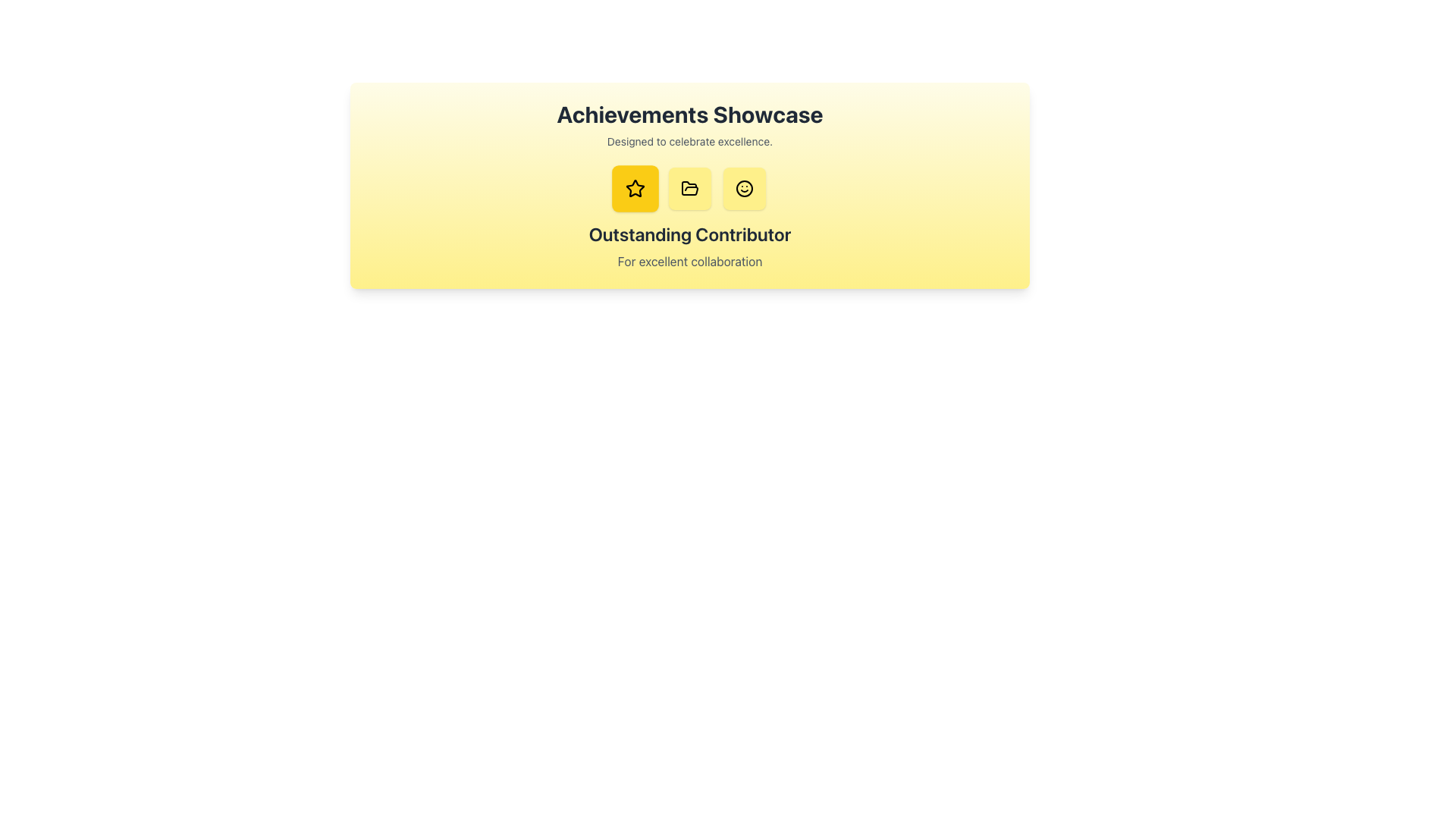 The width and height of the screenshot is (1456, 819). I want to click on the second square button from the left in the horizontal row of three squares located in the middle section of the 'Achievements Showcase' card, so click(689, 188).